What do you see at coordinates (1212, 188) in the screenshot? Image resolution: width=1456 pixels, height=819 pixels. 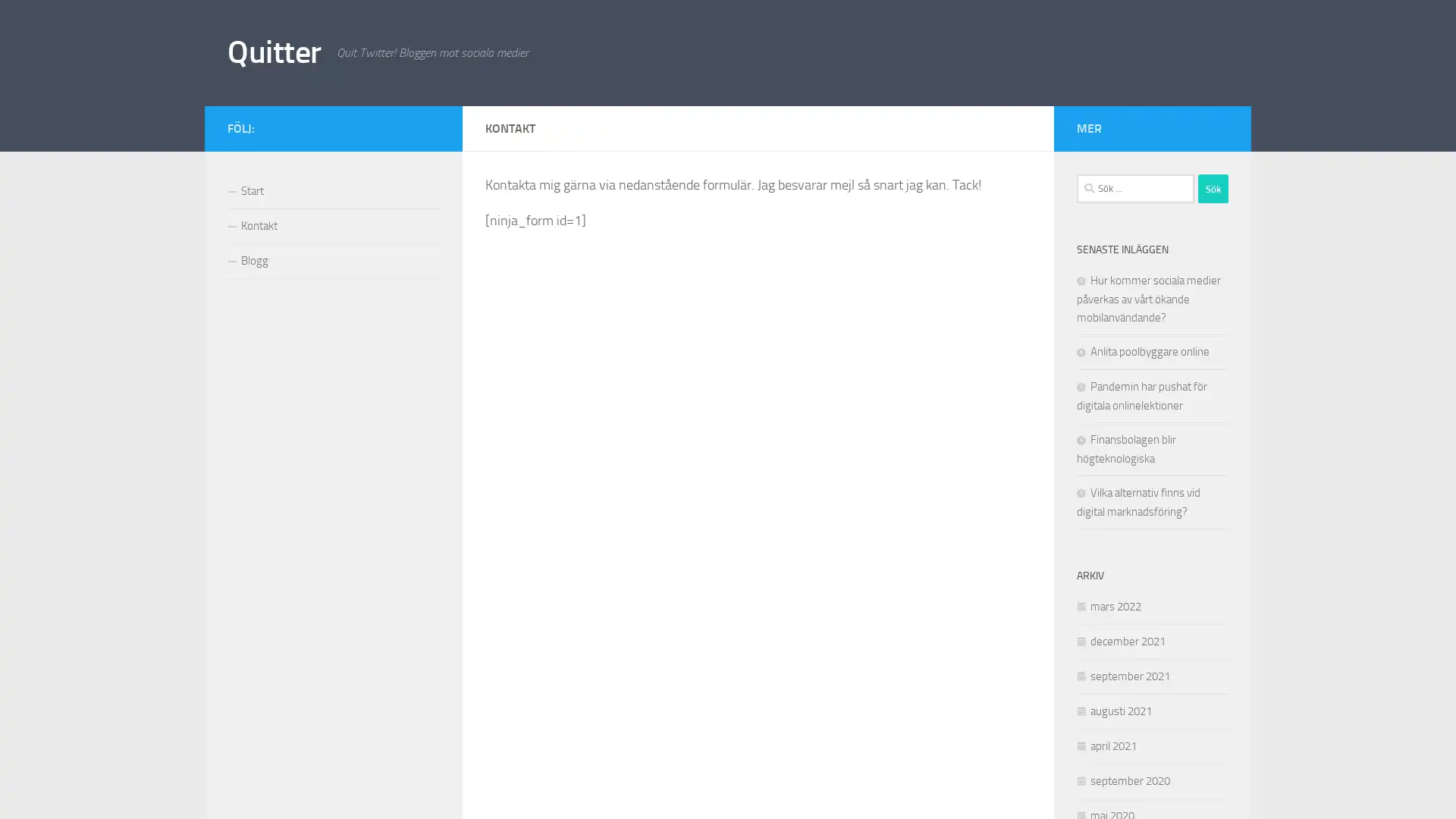 I see `Sok` at bounding box center [1212, 188].